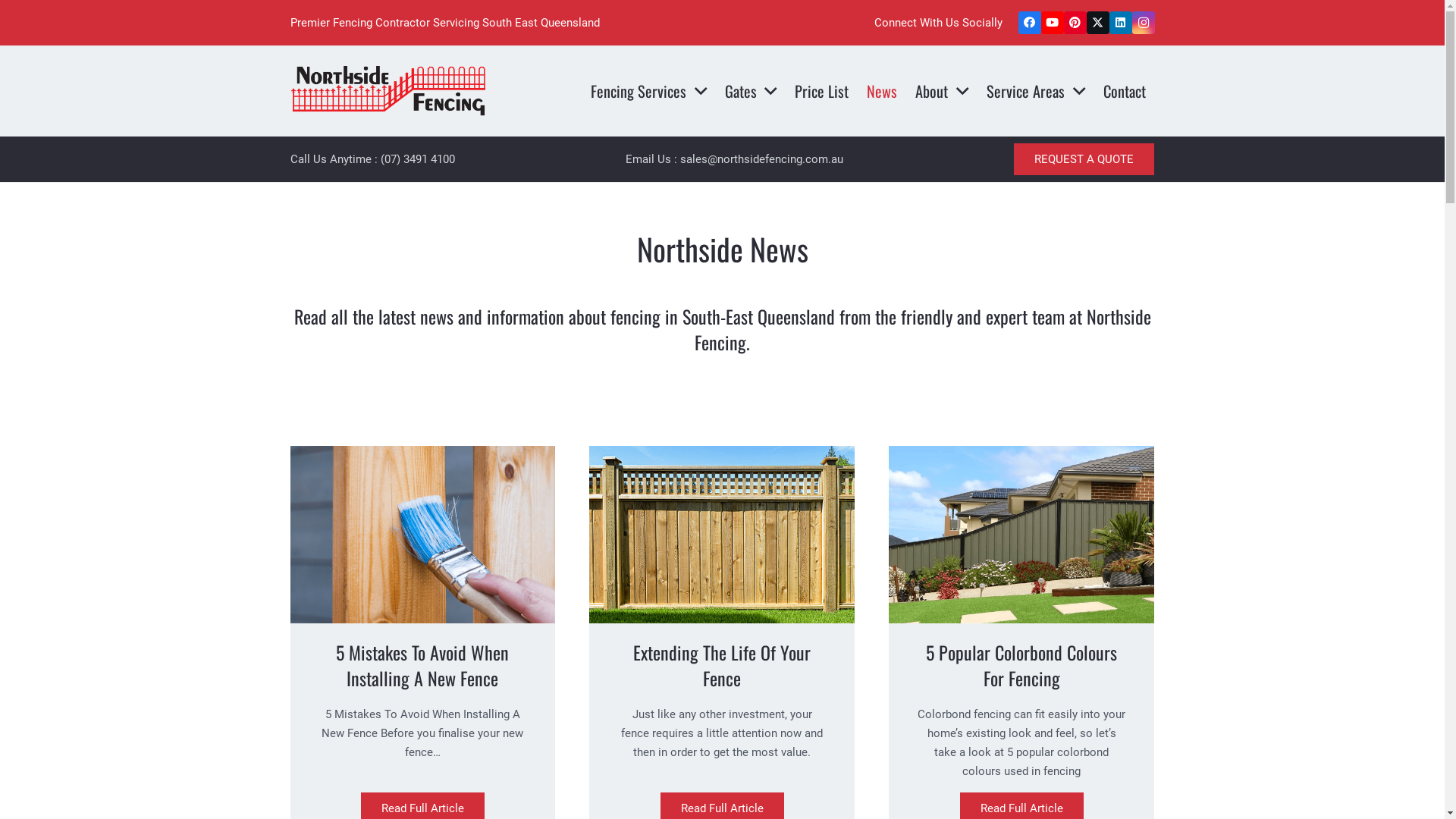  Describe the element at coordinates (1029, 23) in the screenshot. I see `'Facebook'` at that location.